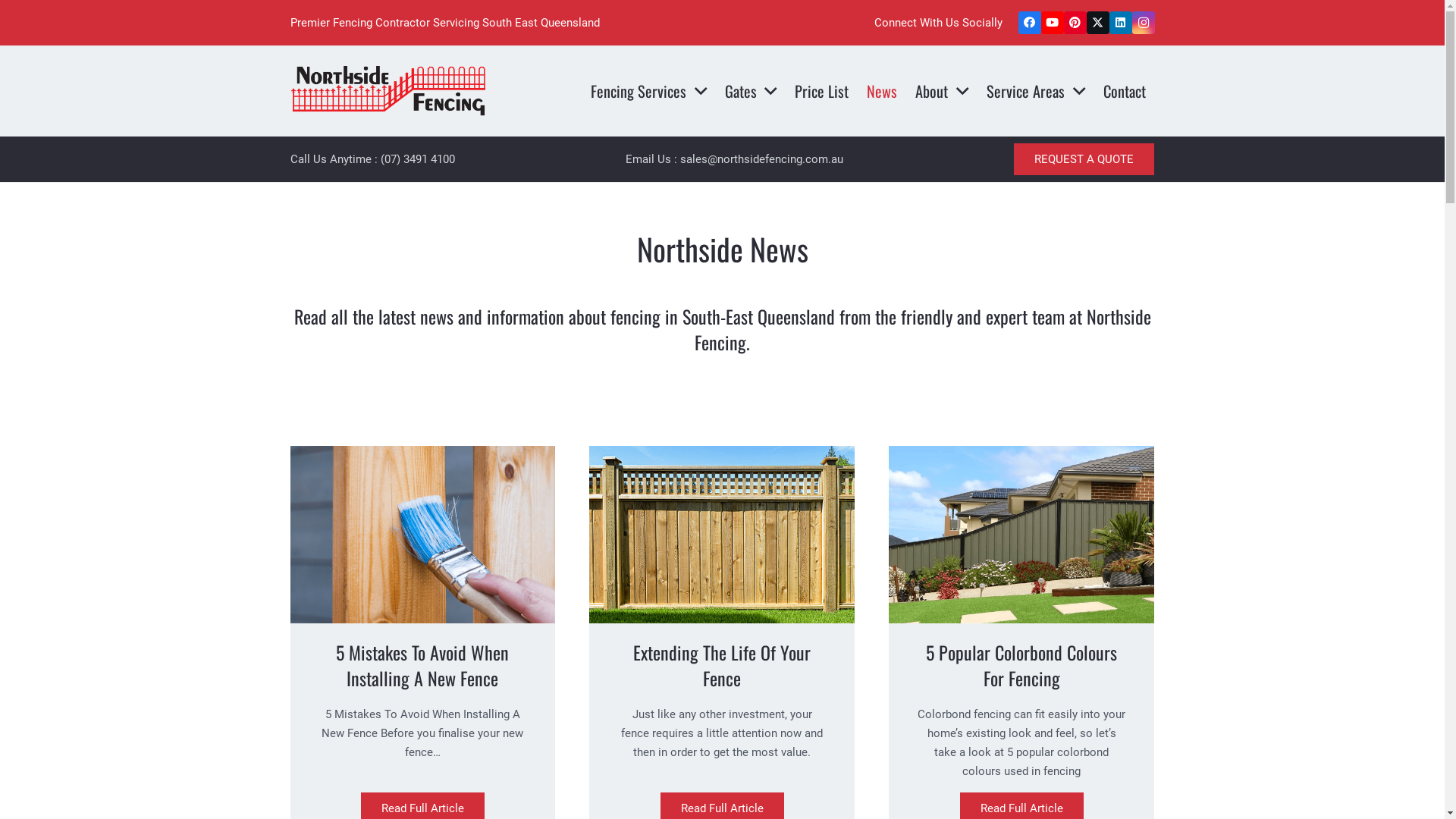  Describe the element at coordinates (1029, 23) in the screenshot. I see `'Facebook'` at that location.